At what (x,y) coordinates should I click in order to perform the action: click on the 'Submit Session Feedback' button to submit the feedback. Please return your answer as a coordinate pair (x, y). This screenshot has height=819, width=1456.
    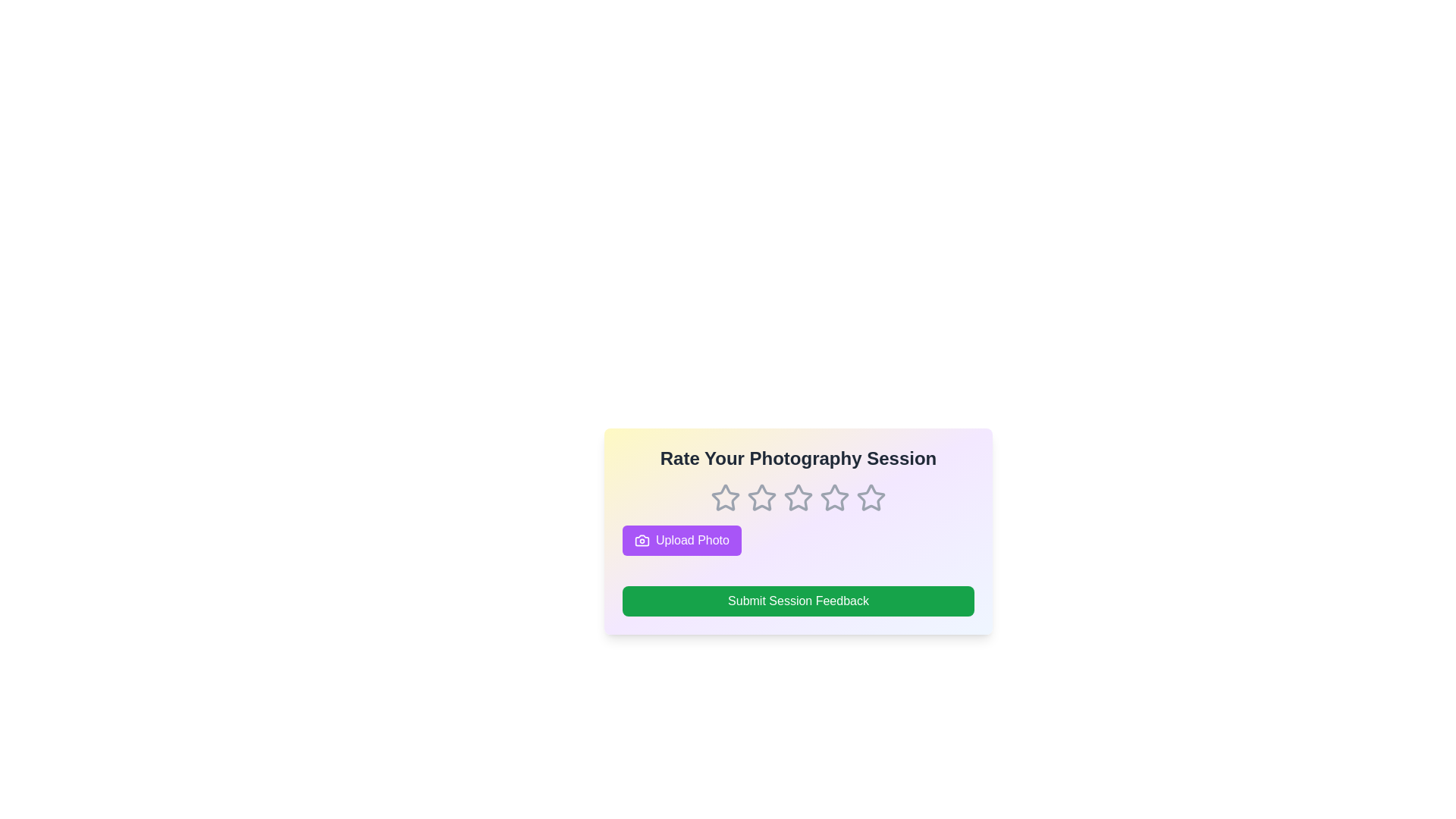
    Looking at the image, I should click on (797, 601).